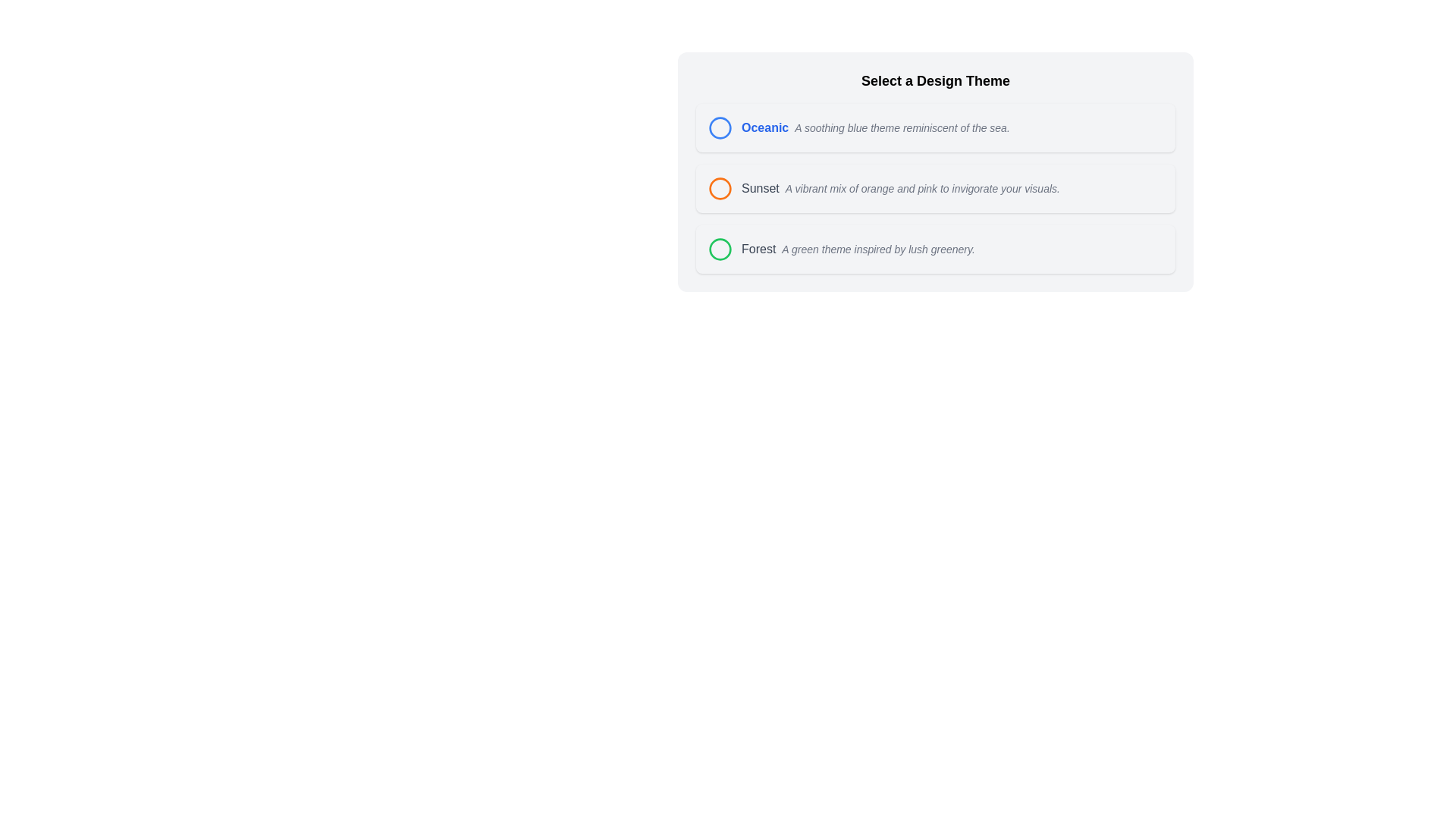 This screenshot has height=819, width=1456. I want to click on the blue circular graphical element that is the center part of the outlined circular icon in the 'Select a Design Theme' section labeled 'Oceanic', so click(720, 127).